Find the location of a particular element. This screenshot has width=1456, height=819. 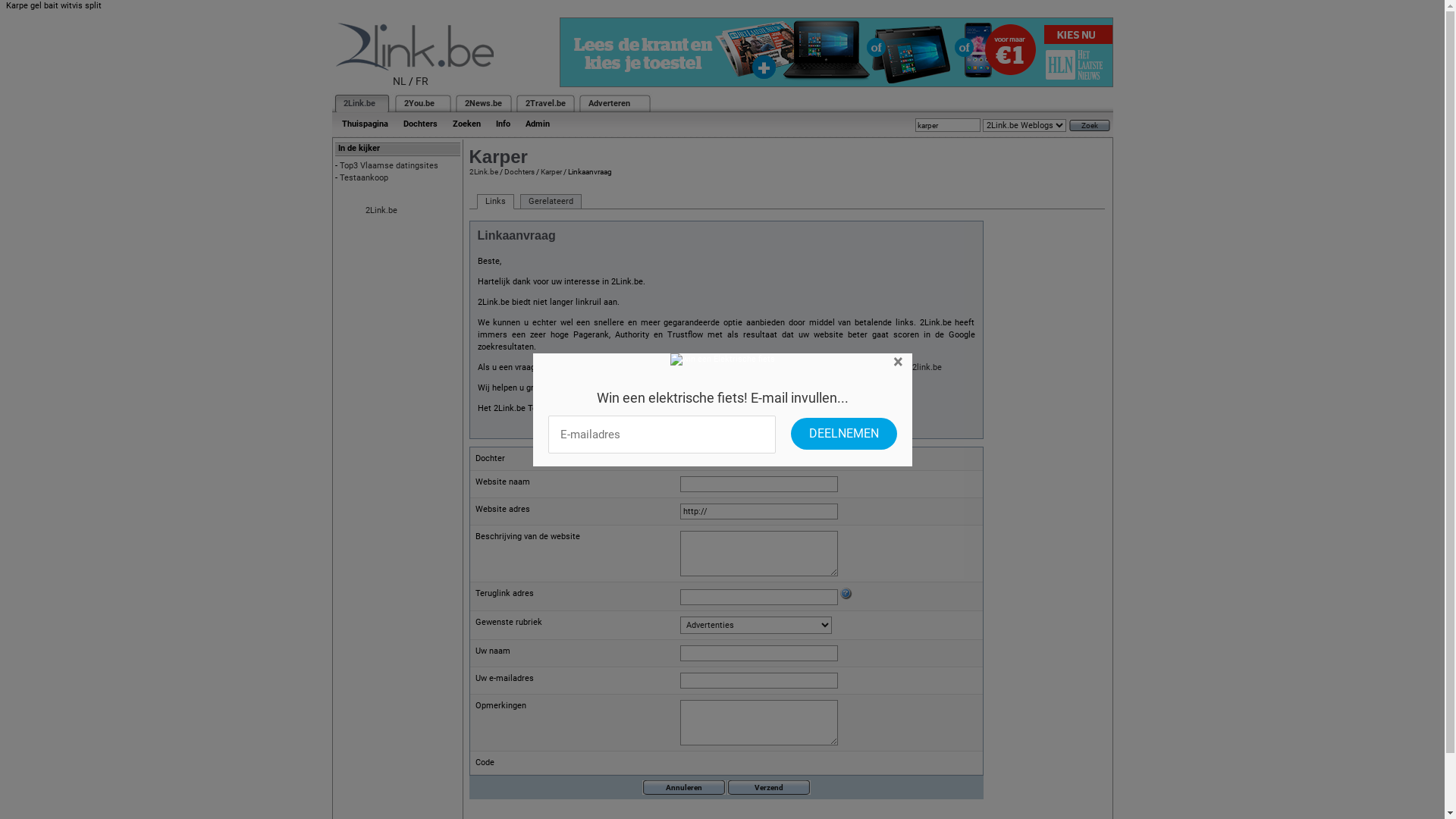

'NL' is located at coordinates (400, 81).